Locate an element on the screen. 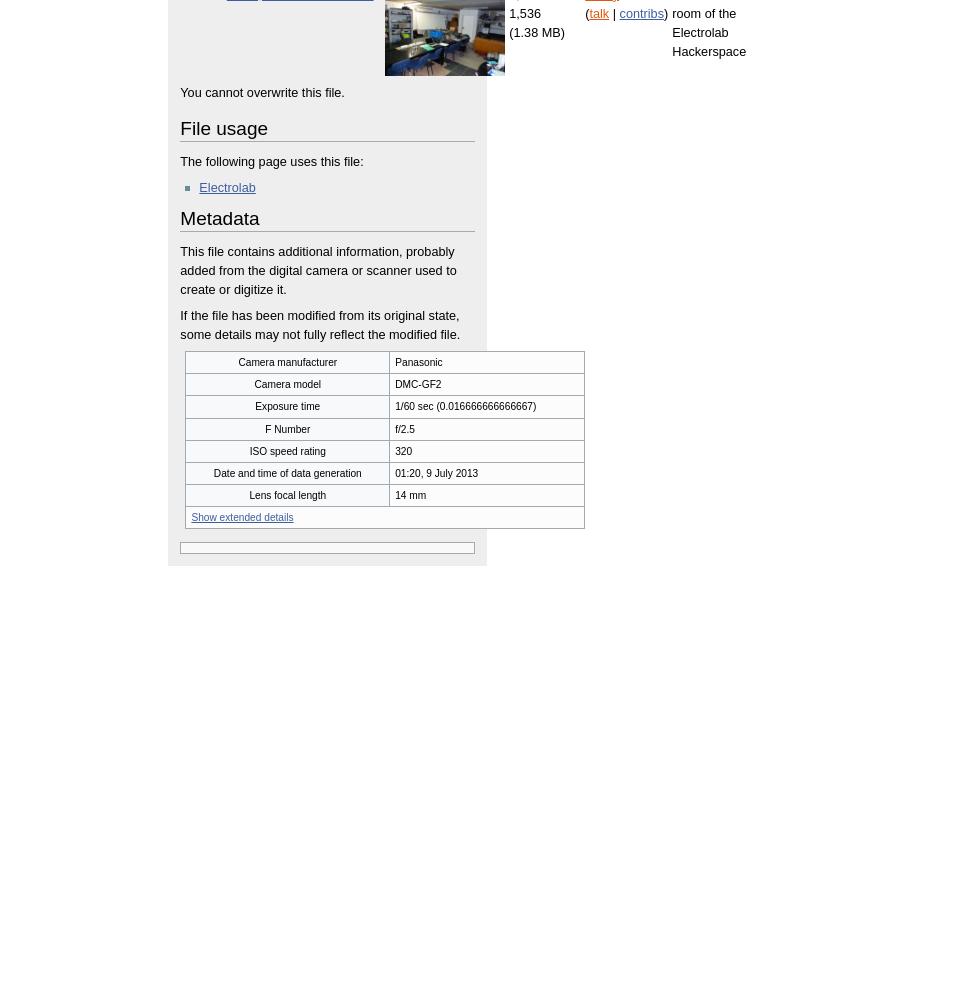 The image size is (980, 1000). 'Panasonic' is located at coordinates (418, 361).